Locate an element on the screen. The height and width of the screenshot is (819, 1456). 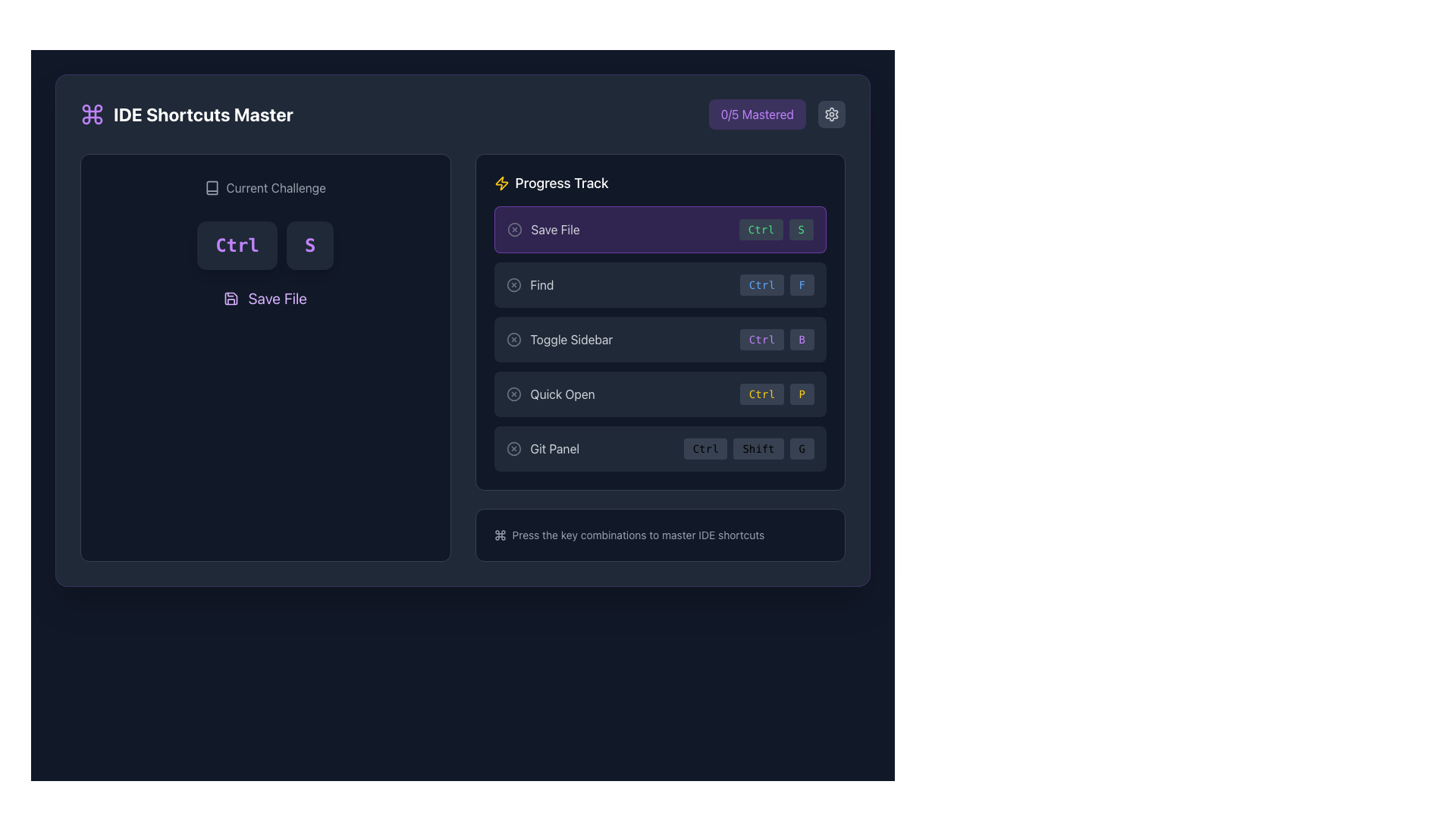
the third entry in the 'Progress Track' list, which consists of shortcut options with a dark background and highlighted distinct colors is located at coordinates (660, 338).